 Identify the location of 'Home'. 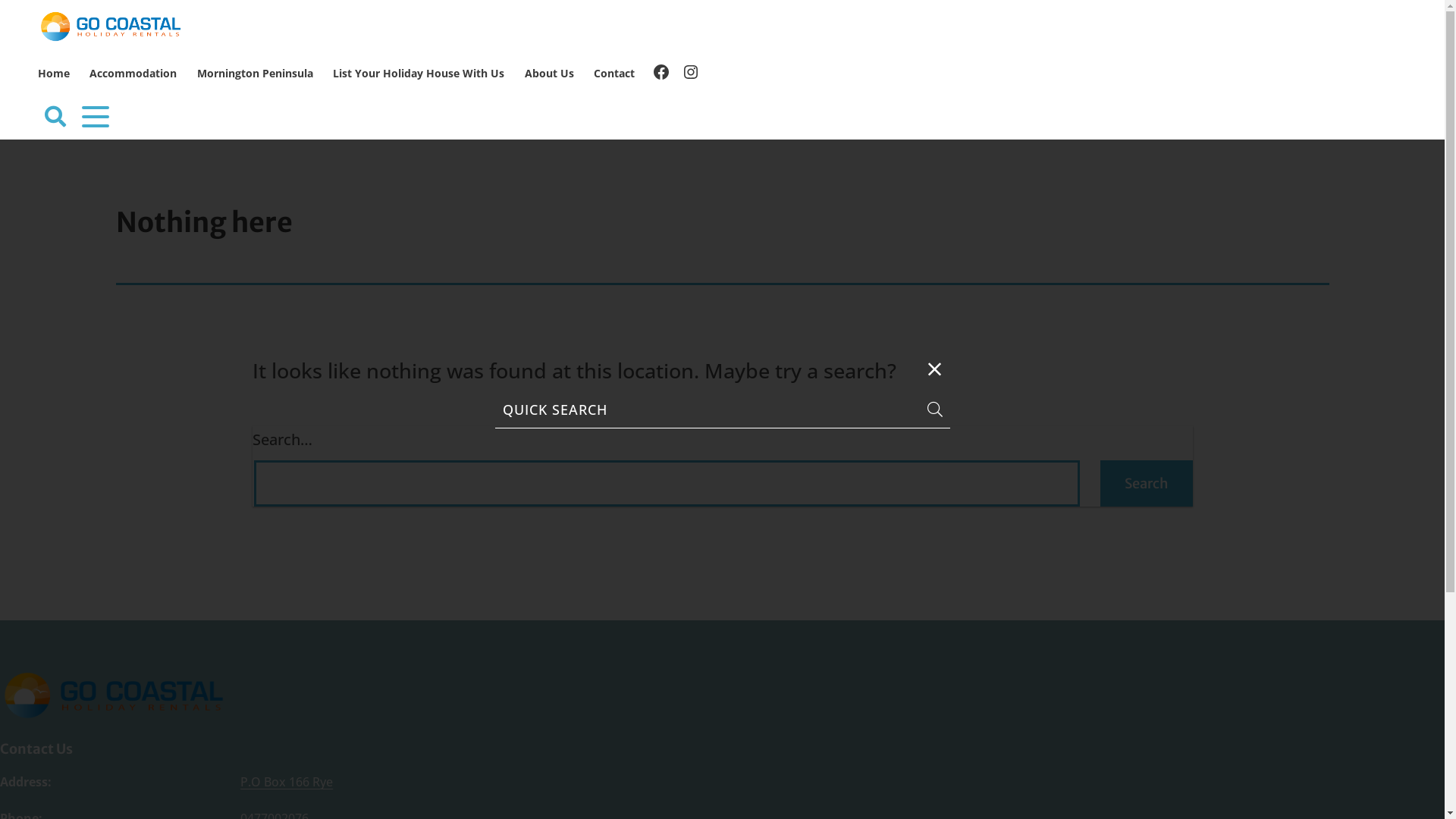
(54, 74).